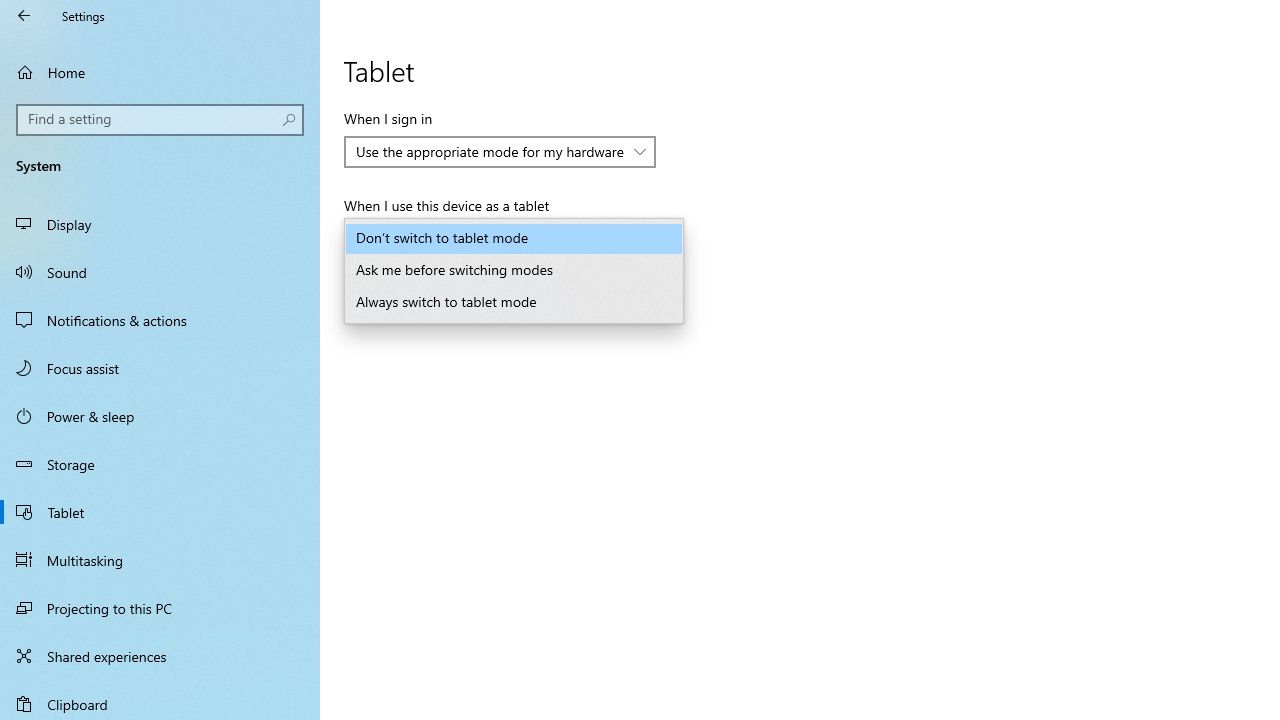 This screenshot has height=720, width=1280. I want to click on 'Tablet', so click(160, 510).